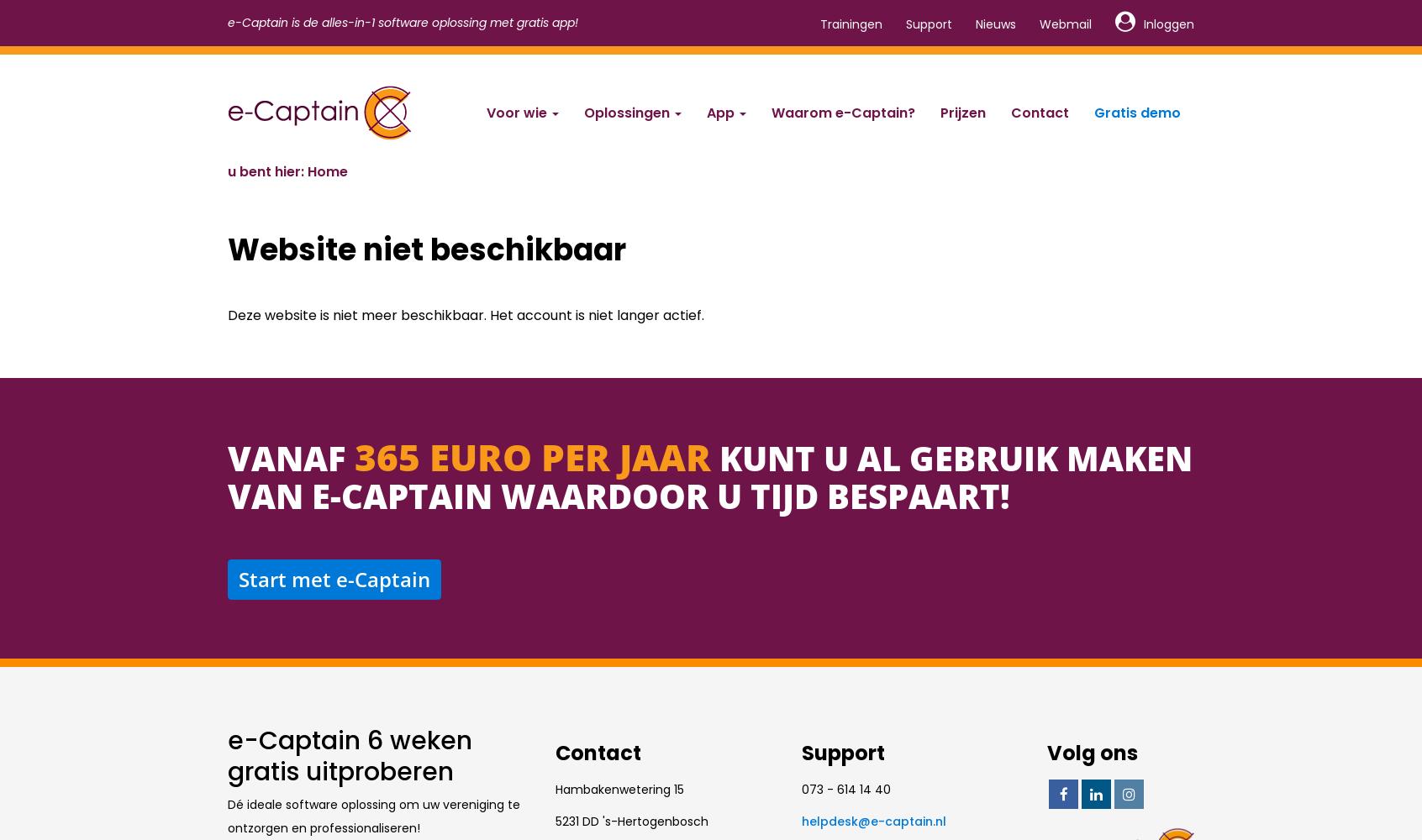  I want to click on 'U bent hier:', so click(266, 171).